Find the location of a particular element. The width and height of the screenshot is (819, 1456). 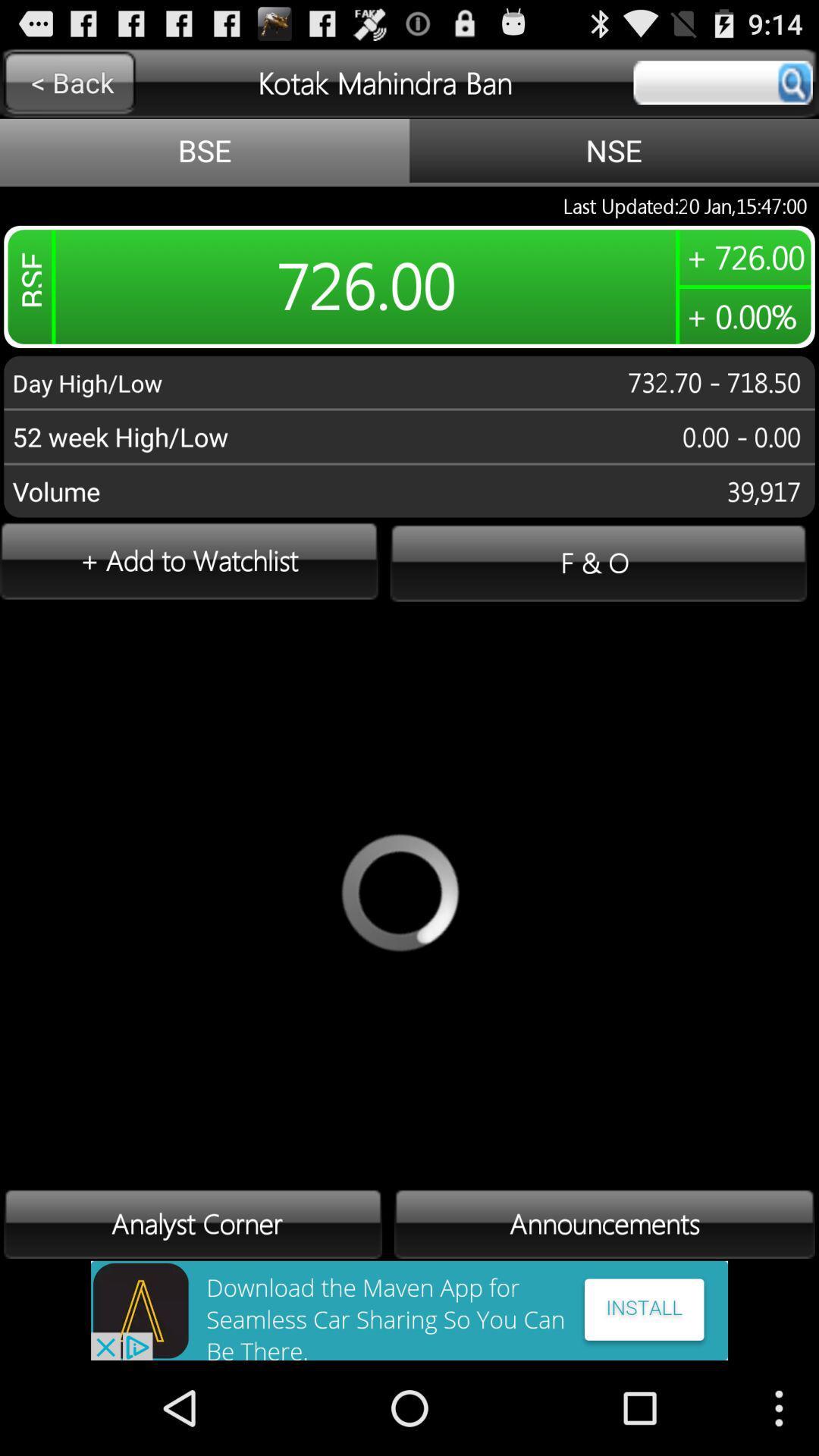

search is located at coordinates (722, 82).